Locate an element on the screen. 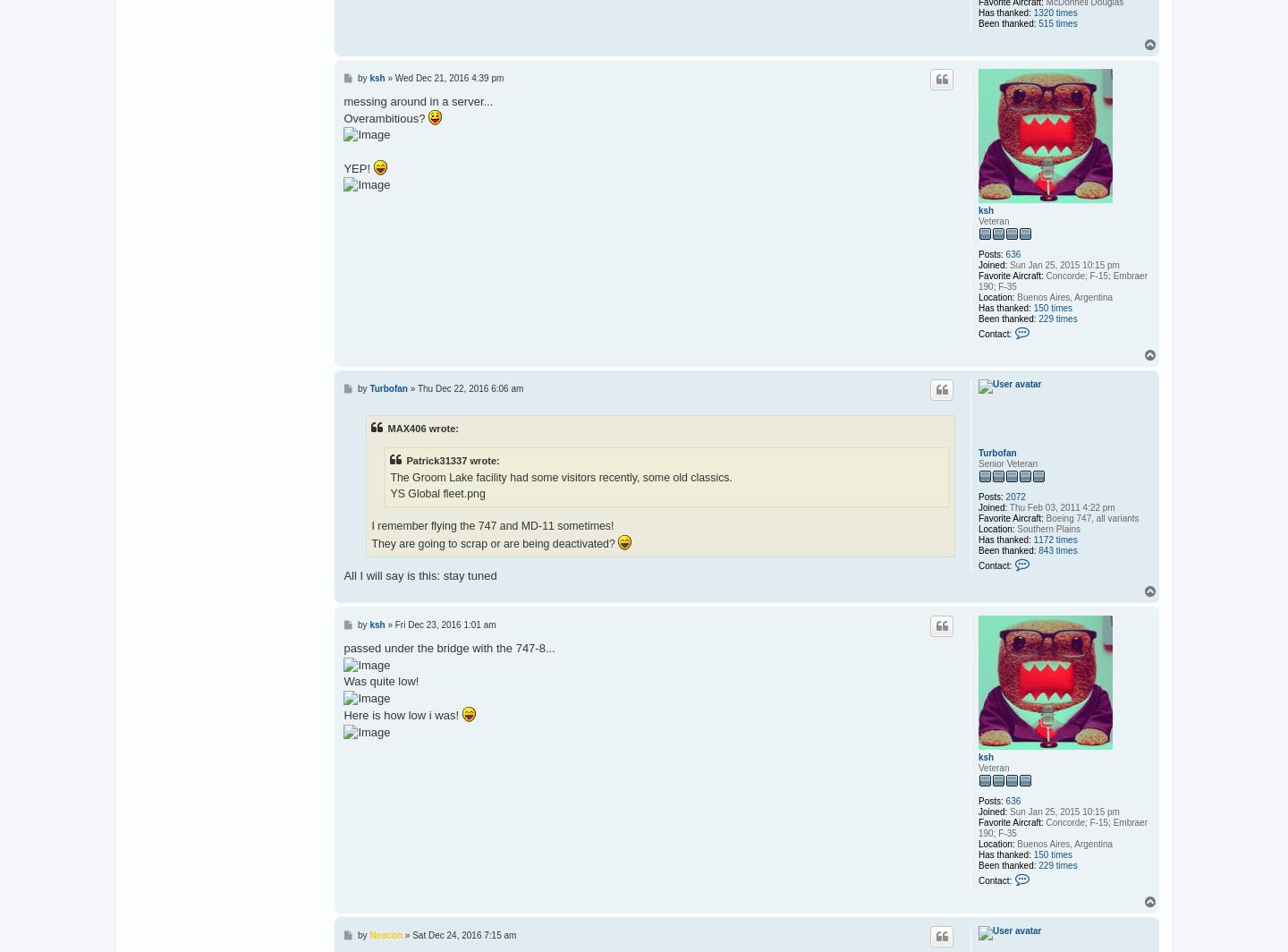  'All I will say is this: stay tuned' is located at coordinates (419, 575).